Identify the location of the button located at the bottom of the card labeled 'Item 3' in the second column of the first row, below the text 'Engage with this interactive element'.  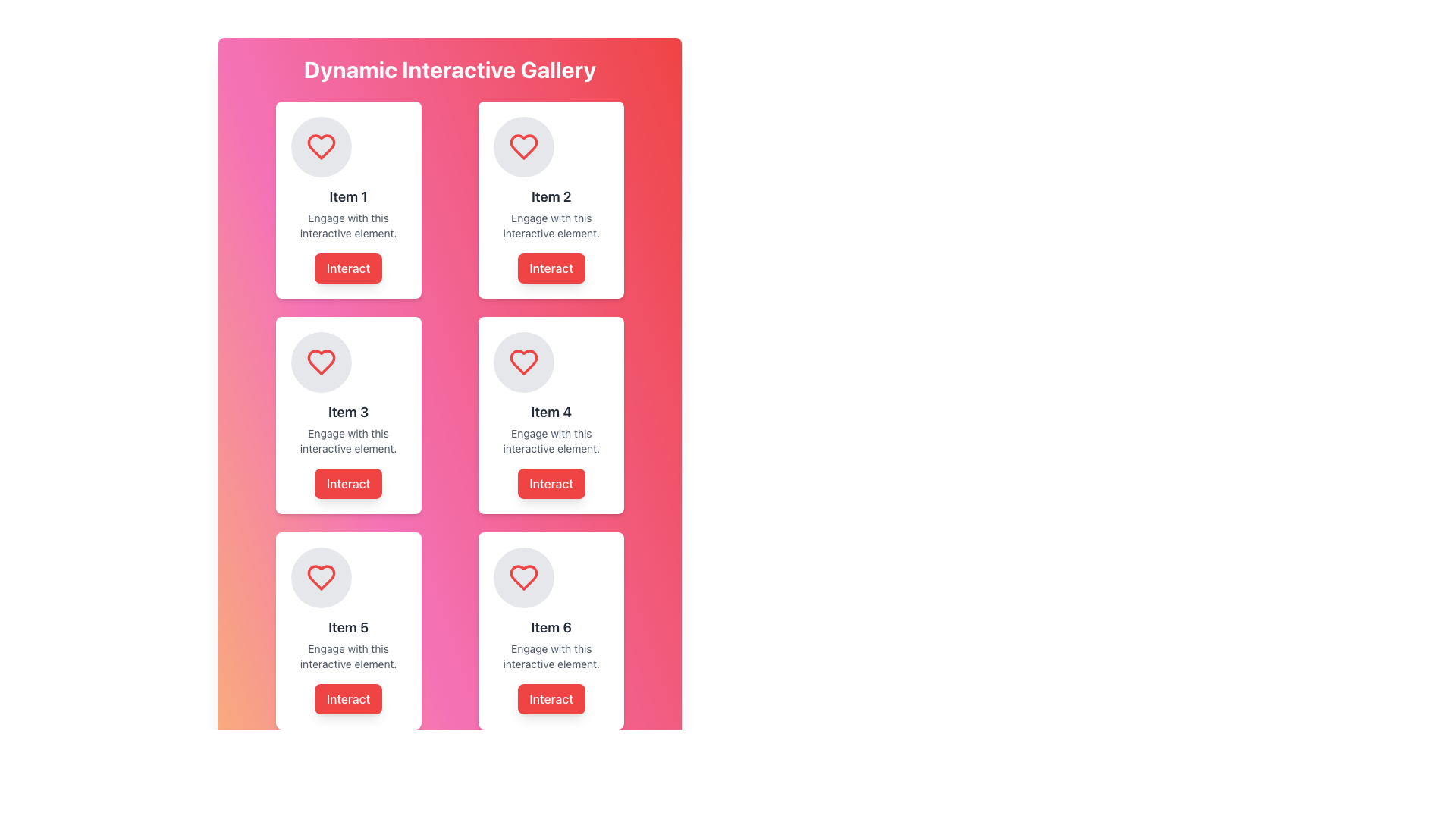
(347, 483).